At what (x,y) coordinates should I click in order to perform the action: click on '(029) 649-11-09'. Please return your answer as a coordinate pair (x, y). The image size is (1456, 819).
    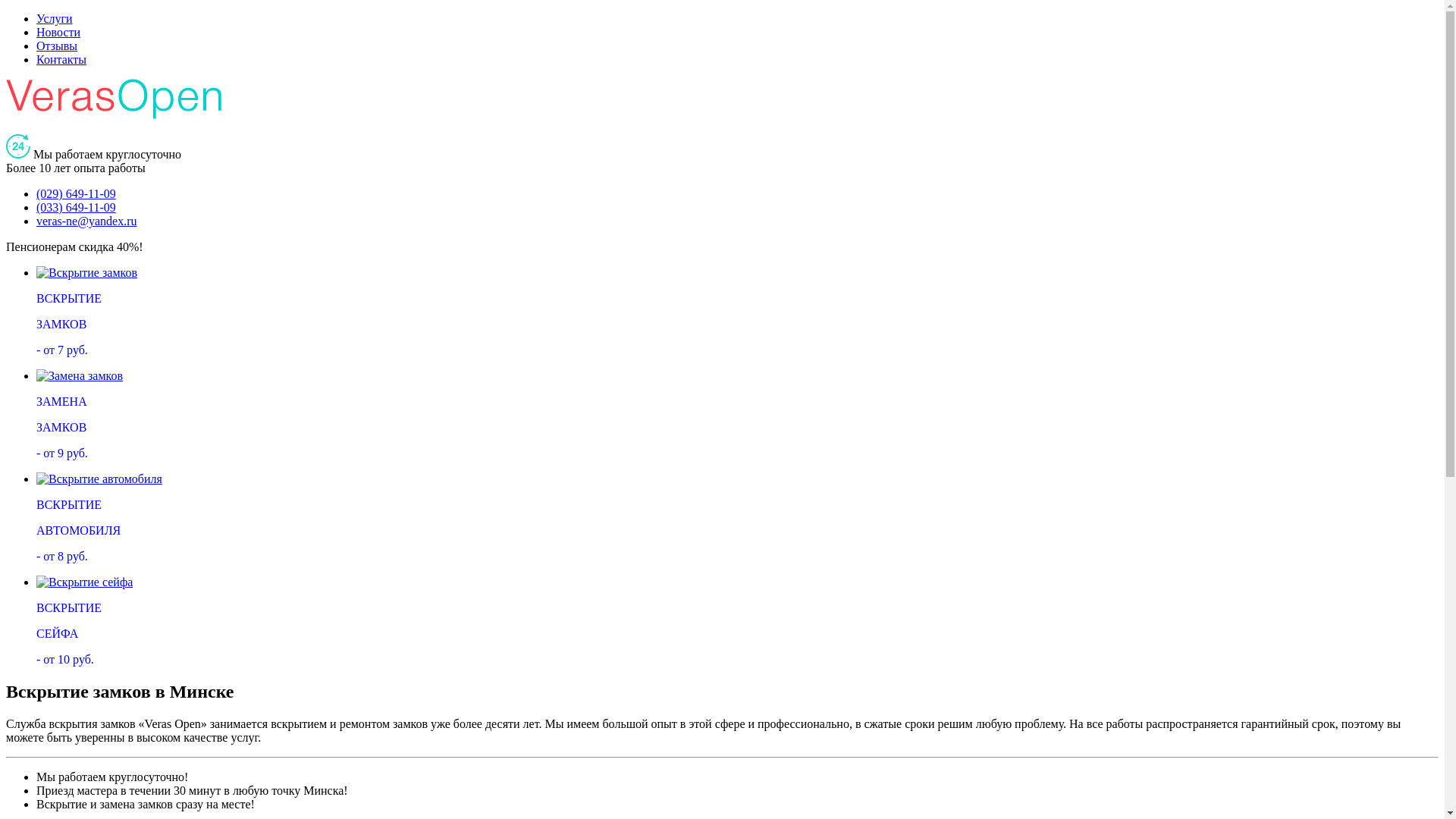
    Looking at the image, I should click on (75, 193).